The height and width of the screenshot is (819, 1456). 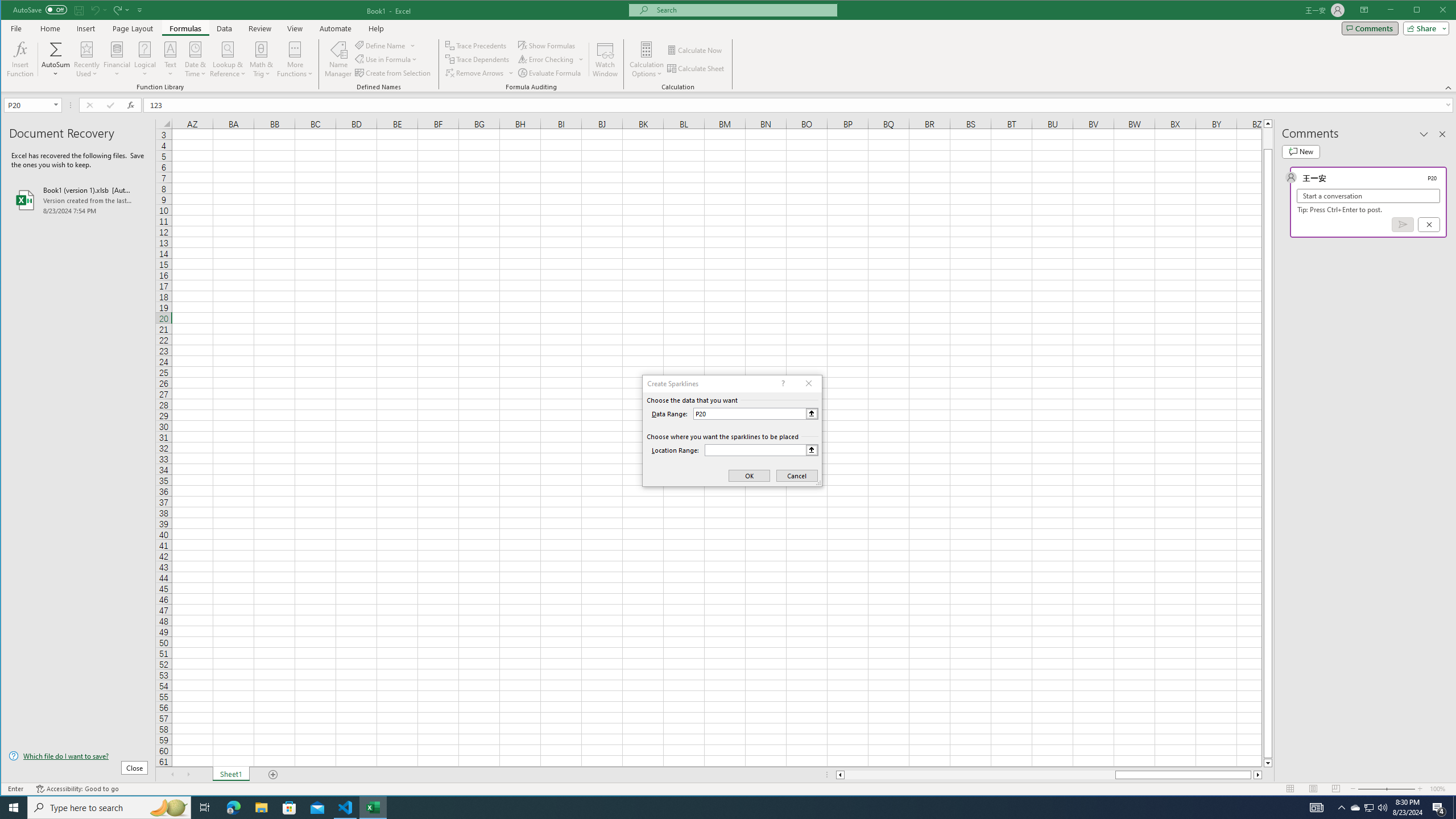 What do you see at coordinates (144, 59) in the screenshot?
I see `'Logical'` at bounding box center [144, 59].